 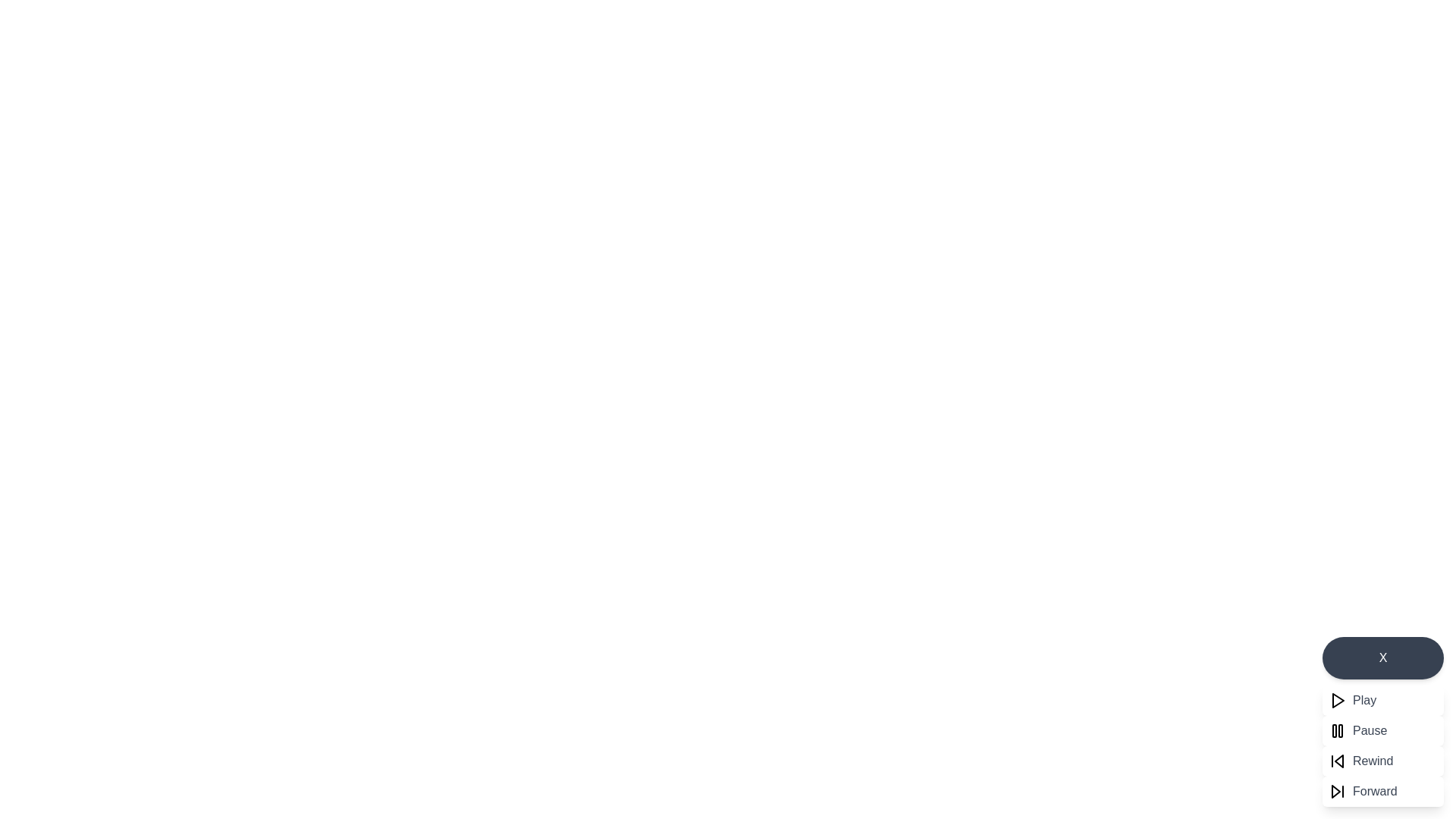 What do you see at coordinates (1383, 761) in the screenshot?
I see `the 'Rewind' option in the MultimediaControlDial component` at bounding box center [1383, 761].